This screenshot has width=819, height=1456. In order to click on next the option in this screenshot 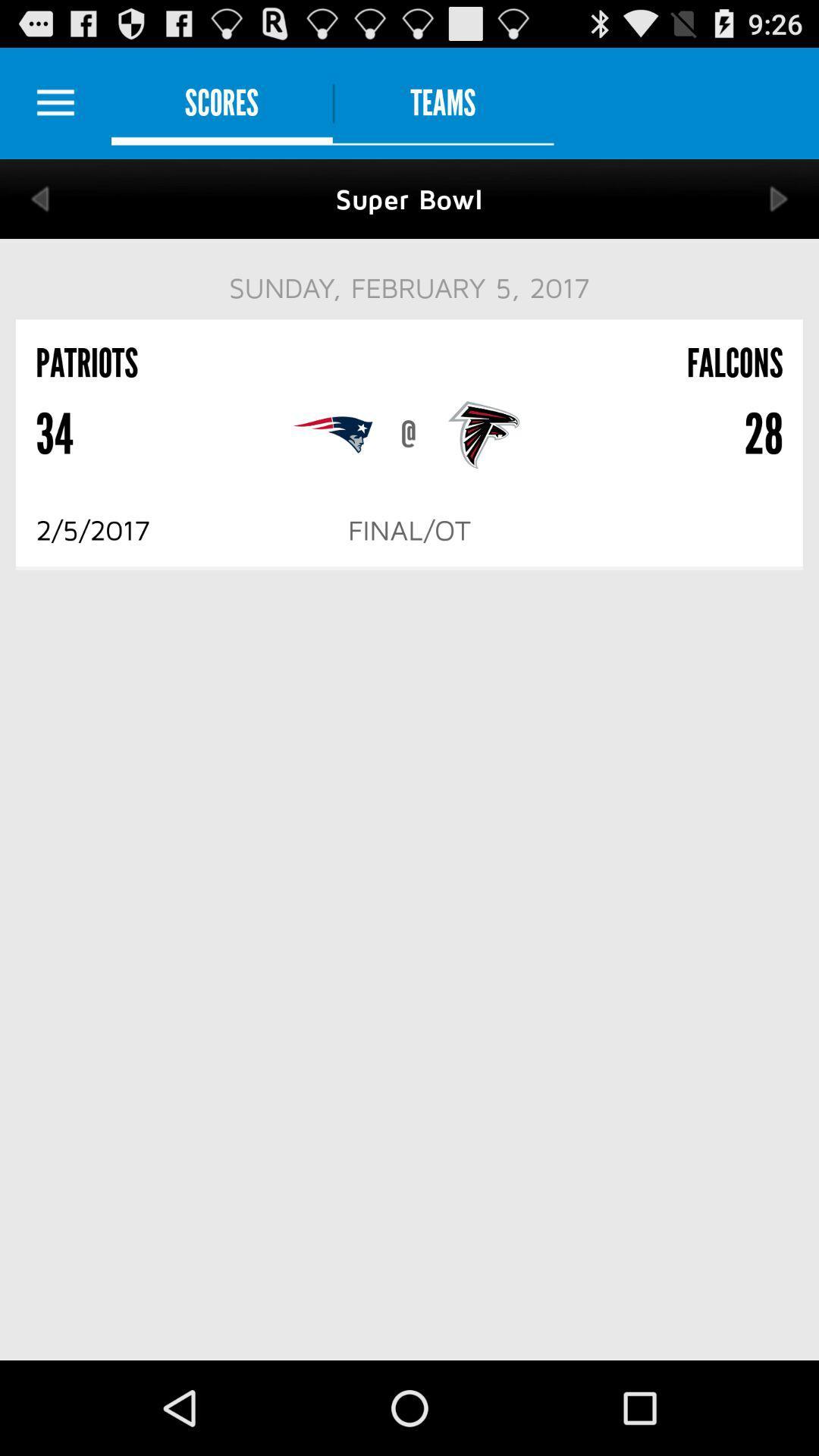, I will do `click(779, 198)`.